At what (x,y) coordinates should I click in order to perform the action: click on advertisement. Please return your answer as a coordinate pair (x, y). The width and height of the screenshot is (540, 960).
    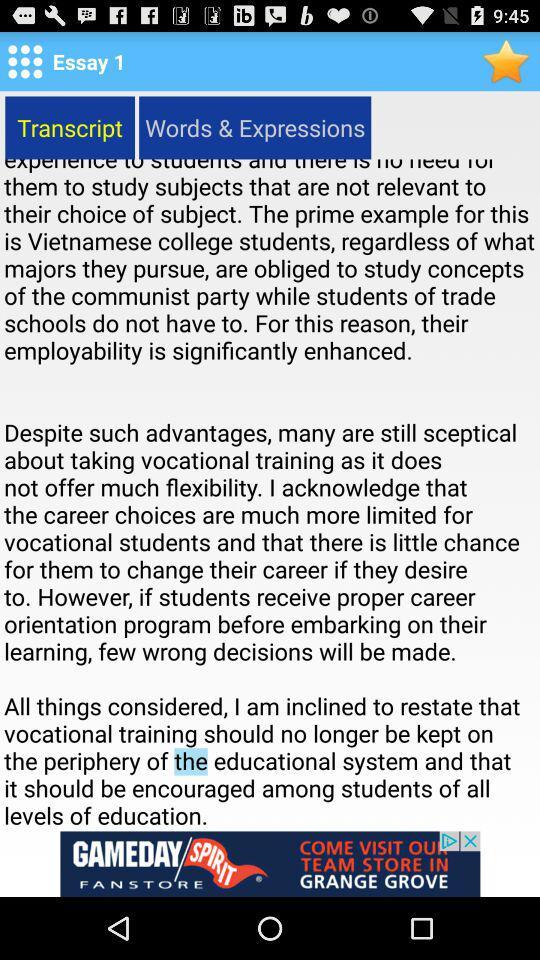
    Looking at the image, I should click on (270, 863).